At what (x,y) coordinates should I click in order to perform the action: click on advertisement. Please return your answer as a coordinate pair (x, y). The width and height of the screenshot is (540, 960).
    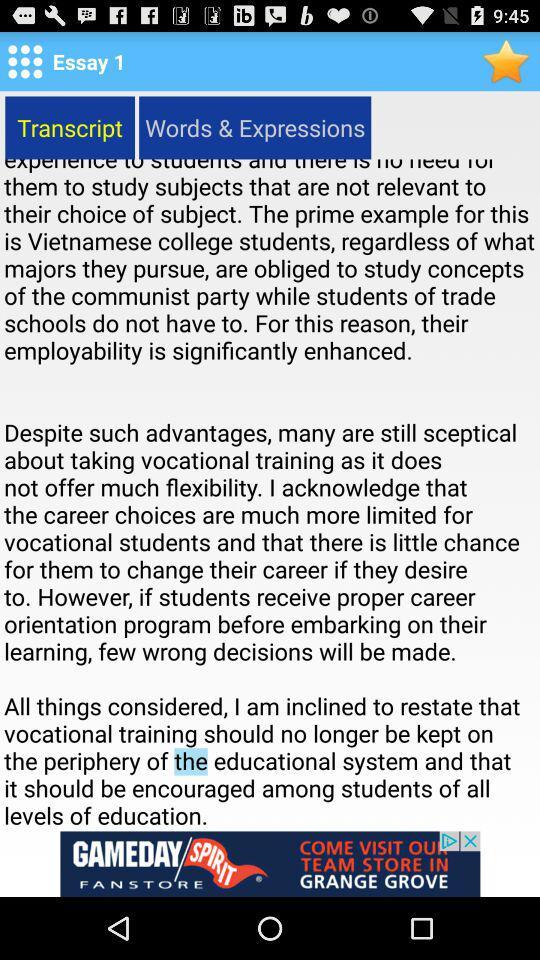
    Looking at the image, I should click on (270, 863).